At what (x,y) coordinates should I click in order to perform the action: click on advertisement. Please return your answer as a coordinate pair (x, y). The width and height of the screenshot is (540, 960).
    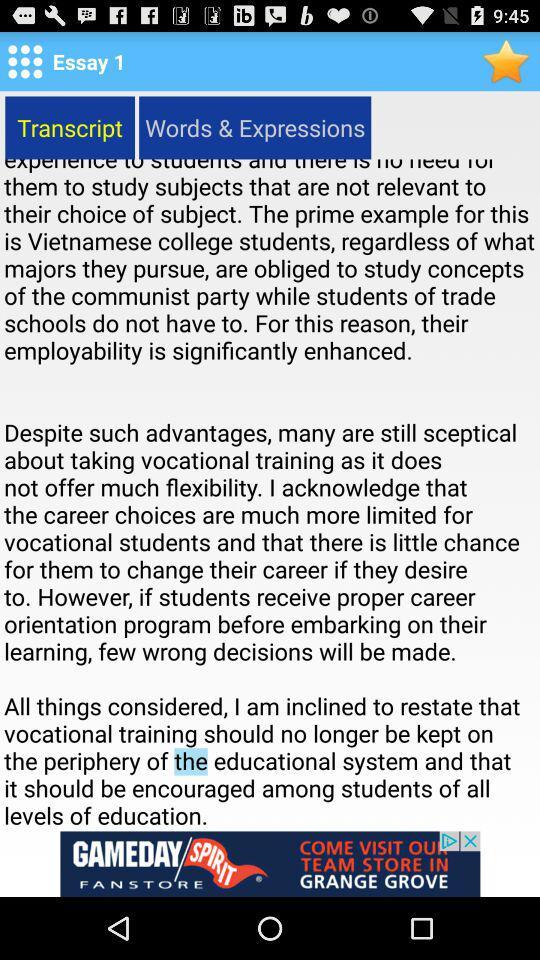
    Looking at the image, I should click on (270, 863).